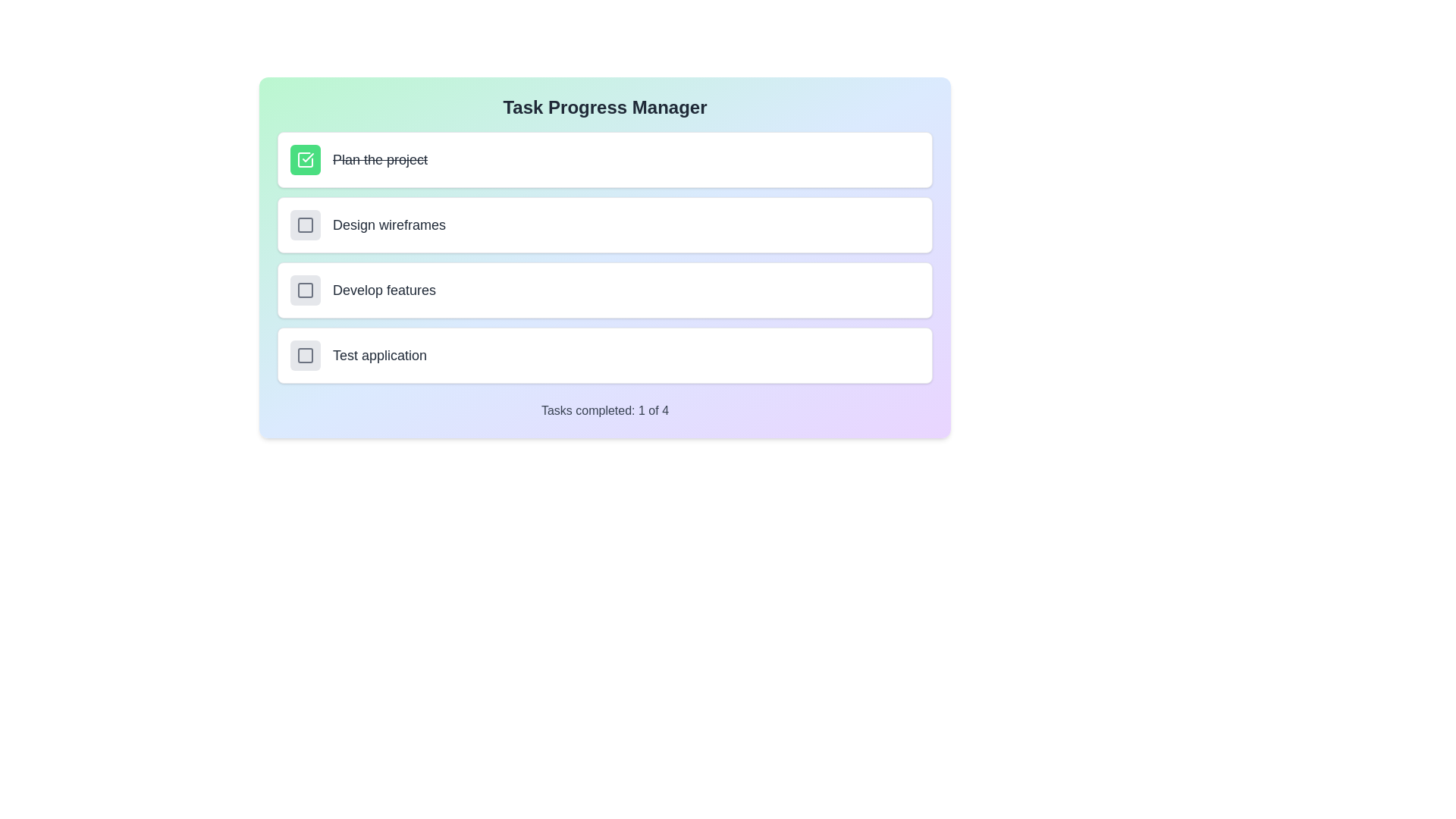 The height and width of the screenshot is (819, 1456). What do you see at coordinates (307, 158) in the screenshot?
I see `the checkmark icon indicating a completed status` at bounding box center [307, 158].